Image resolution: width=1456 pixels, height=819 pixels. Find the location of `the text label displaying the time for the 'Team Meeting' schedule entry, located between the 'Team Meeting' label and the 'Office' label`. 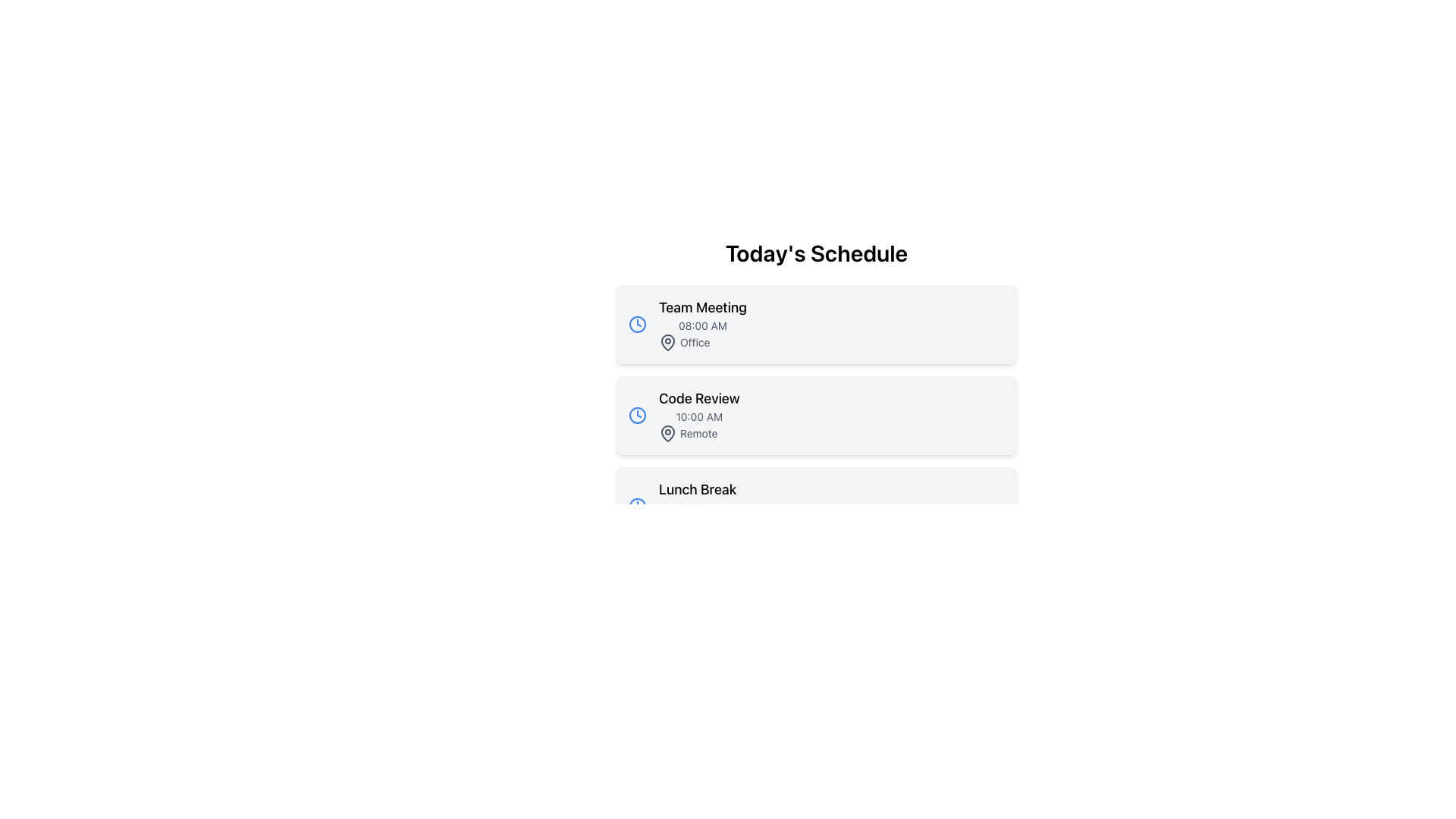

the text label displaying the time for the 'Team Meeting' schedule entry, located between the 'Team Meeting' label and the 'Office' label is located at coordinates (701, 325).